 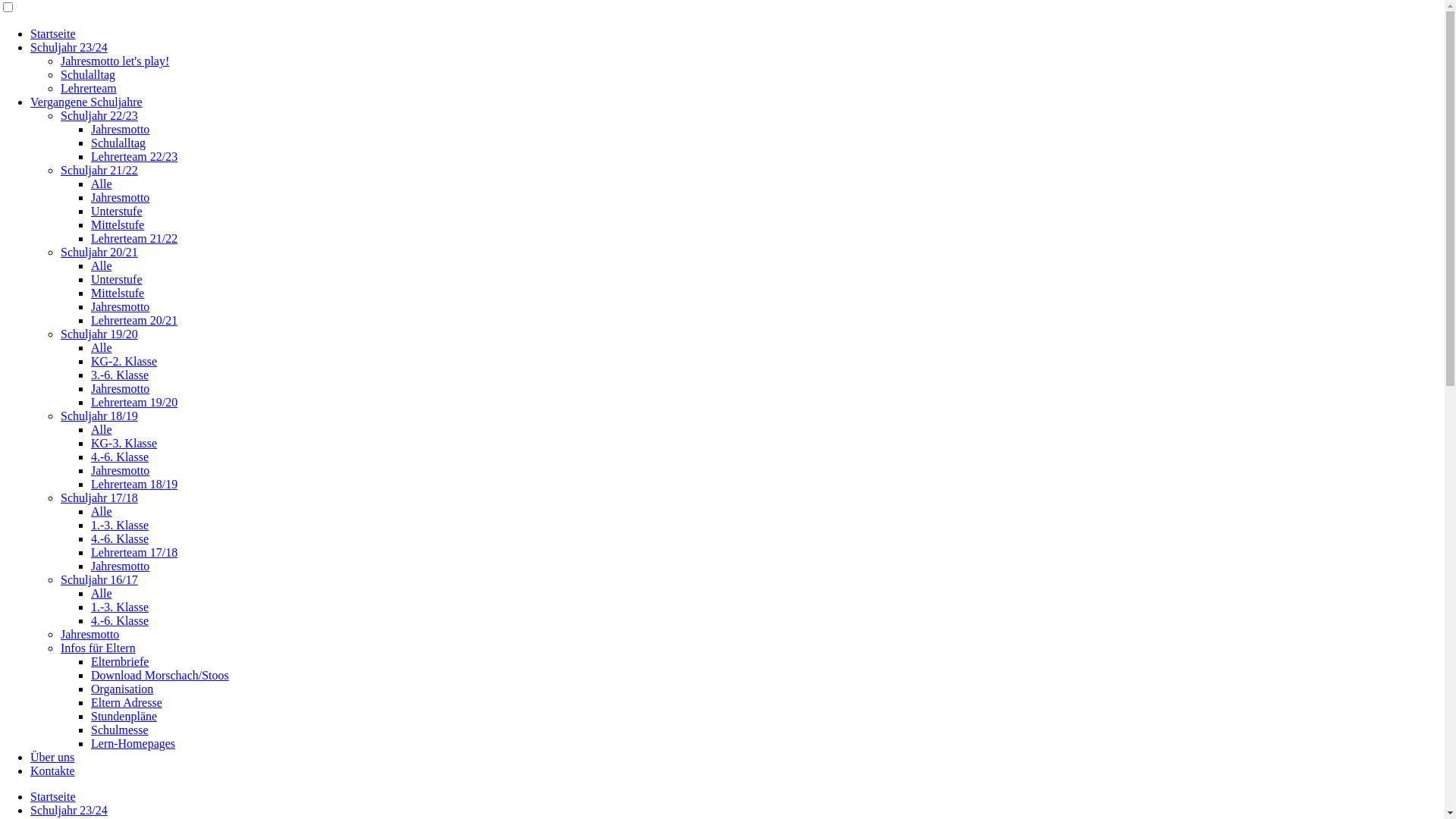 What do you see at coordinates (134, 319) in the screenshot?
I see `'Lehrerteam 20/21'` at bounding box center [134, 319].